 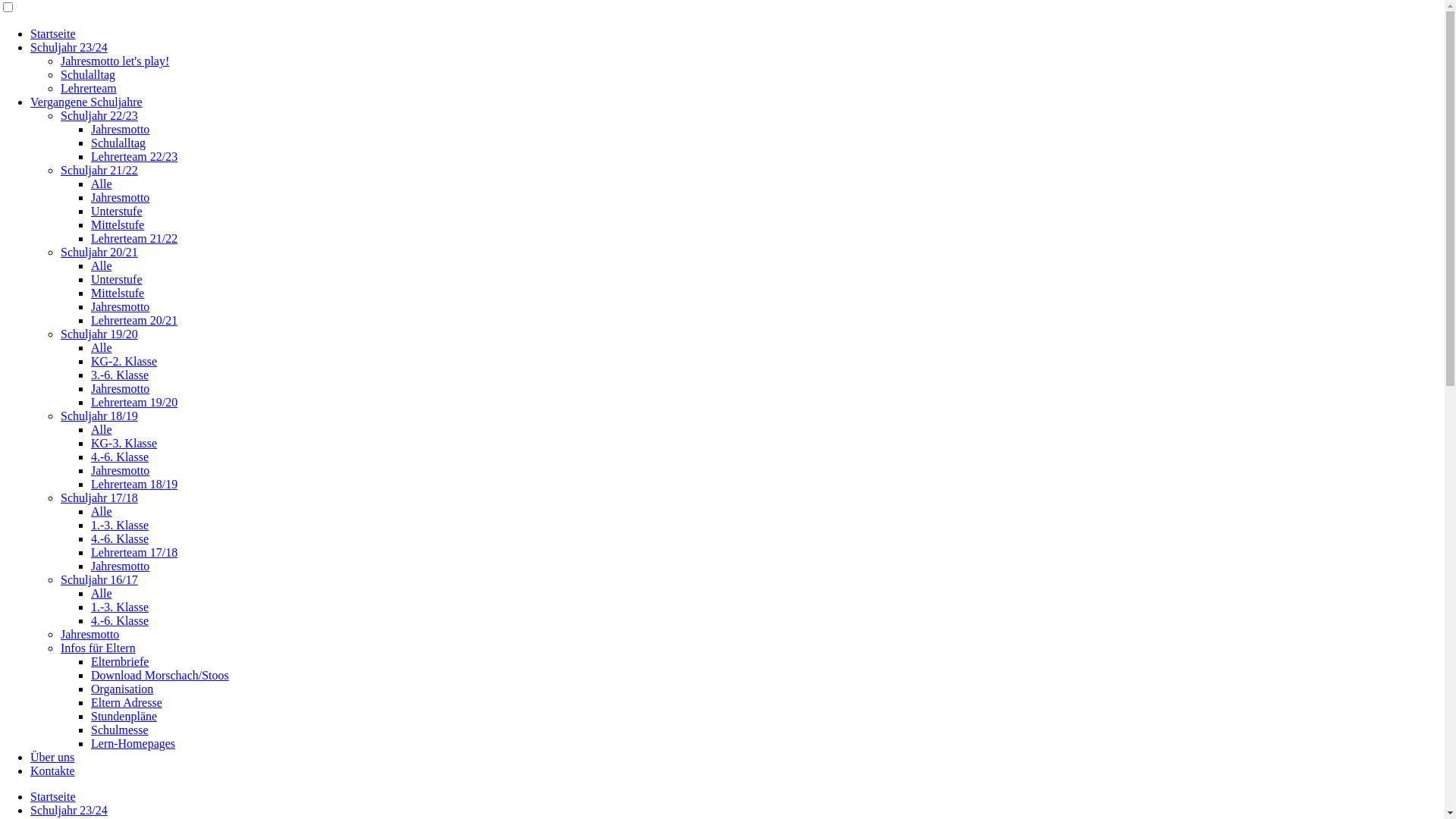 What do you see at coordinates (134, 319) in the screenshot?
I see `'Lehrerteam 20/21'` at bounding box center [134, 319].